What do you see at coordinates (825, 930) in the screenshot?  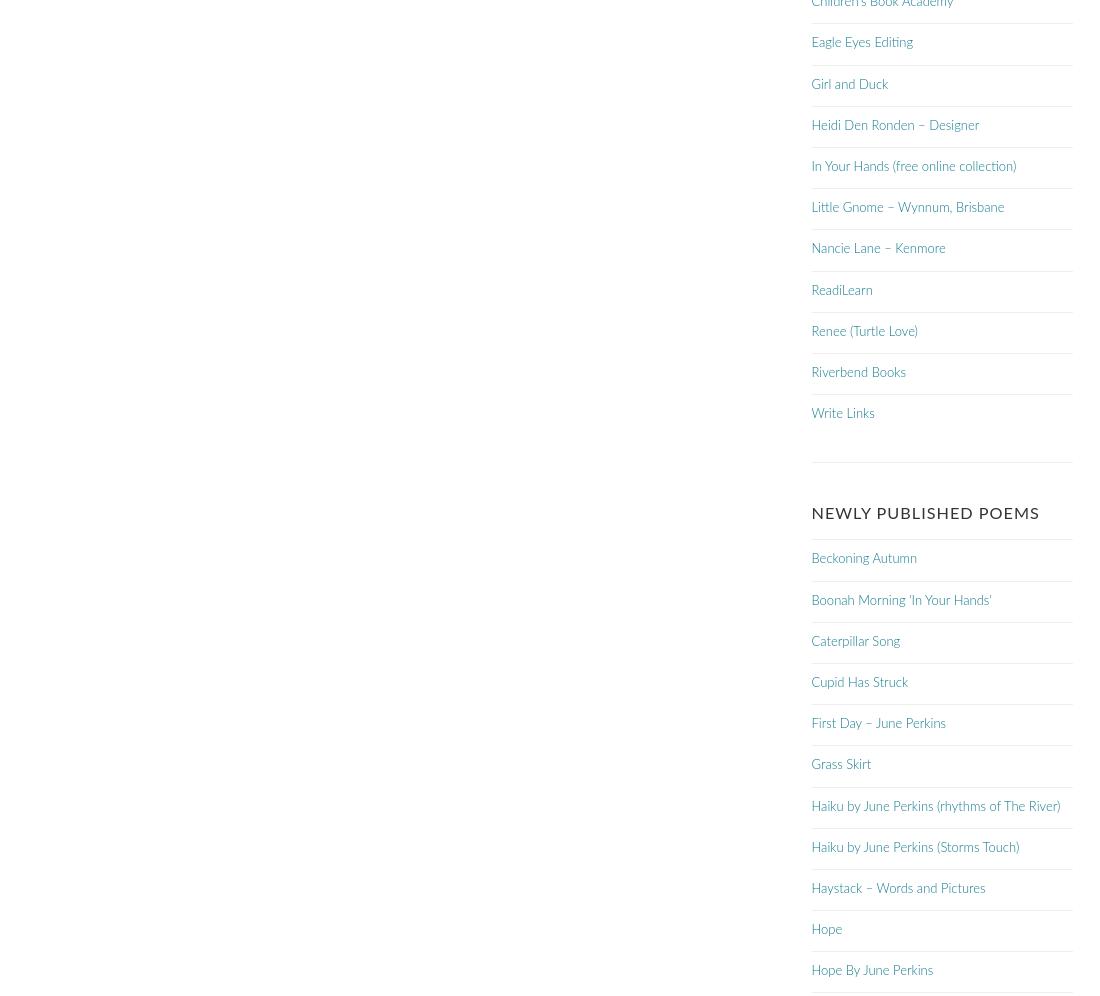 I see `'Hope'` at bounding box center [825, 930].